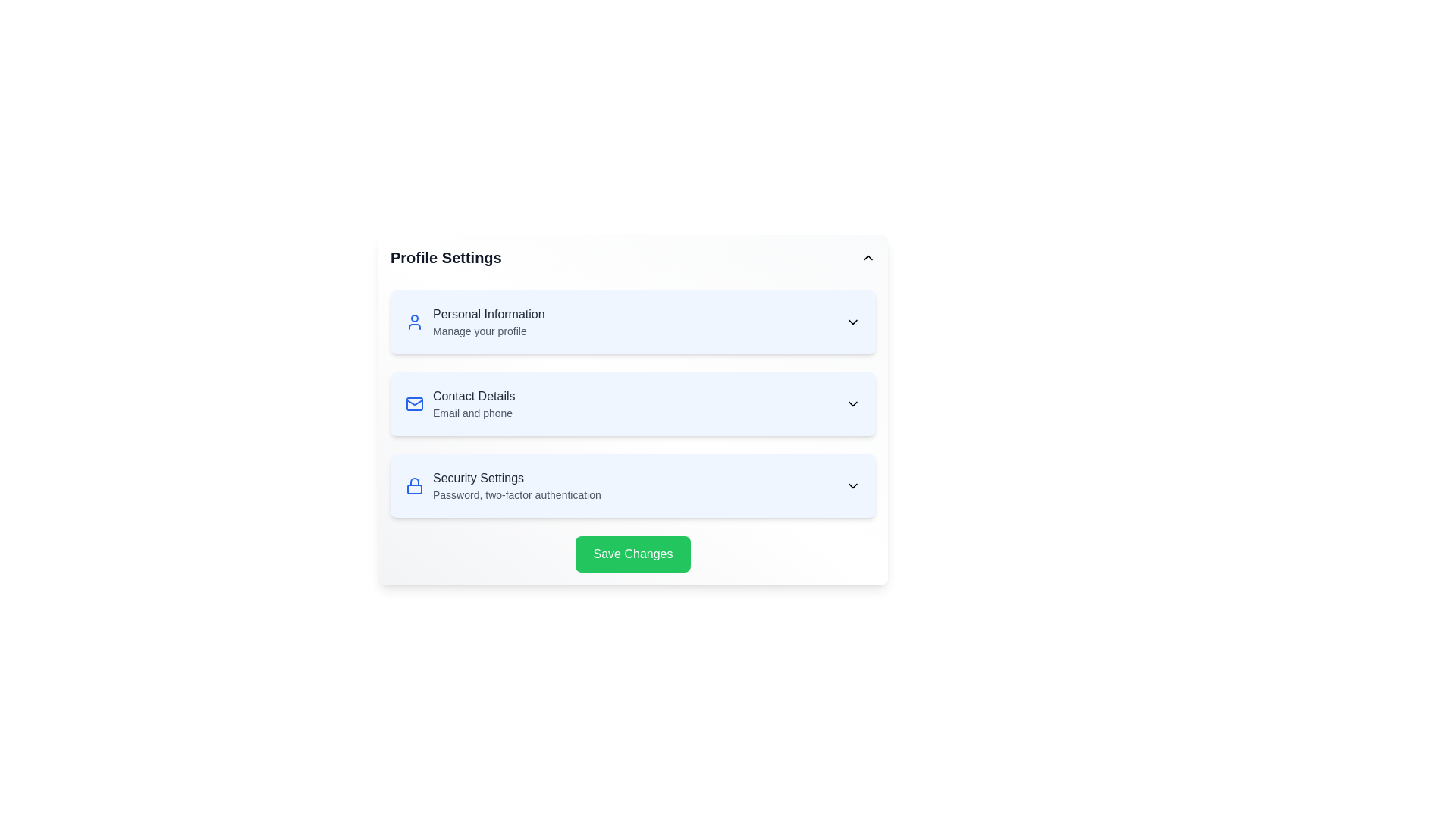 This screenshot has height=819, width=1456. What do you see at coordinates (488, 330) in the screenshot?
I see `the static text label that provides descriptive assistance for the 'Personal Information' section, located below the 'Personal Information' heading` at bounding box center [488, 330].